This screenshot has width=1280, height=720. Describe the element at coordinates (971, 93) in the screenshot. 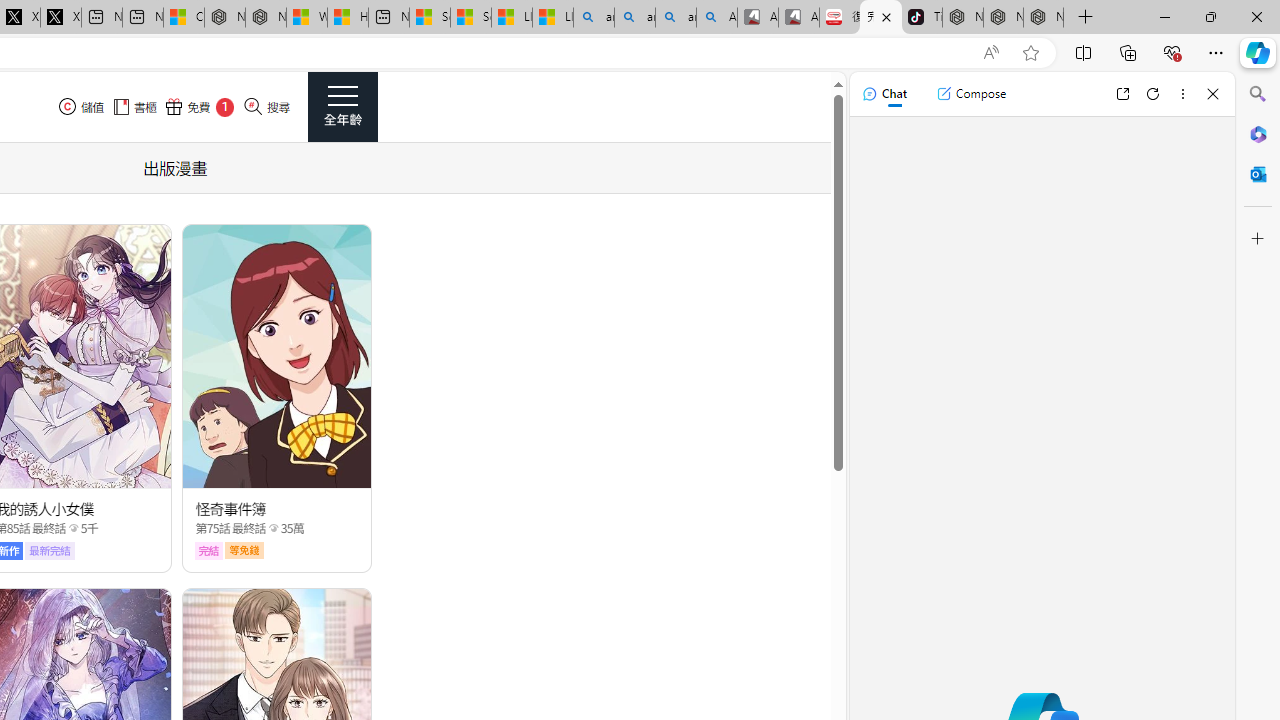

I see `'Compose'` at that location.